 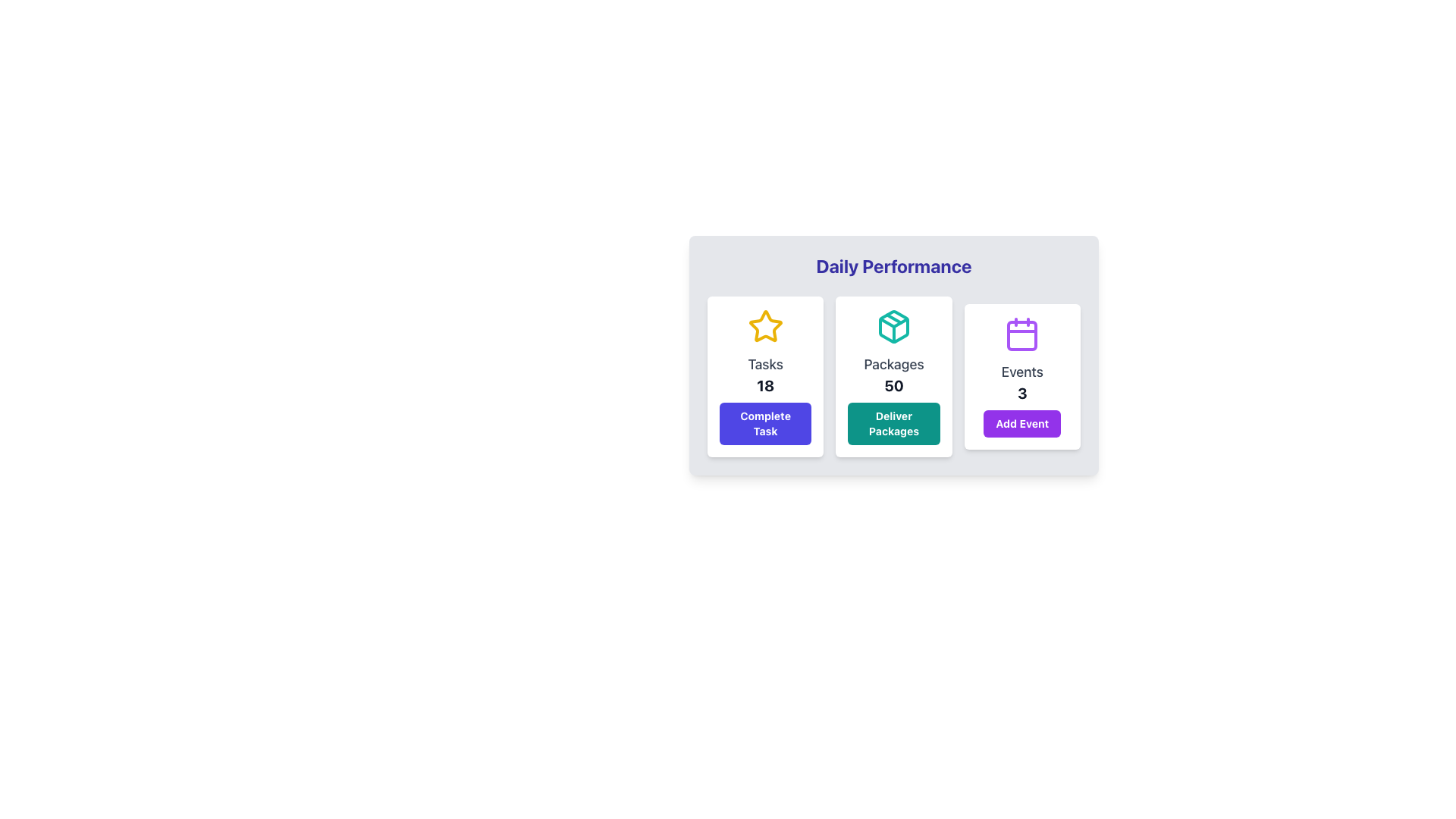 What do you see at coordinates (894, 326) in the screenshot?
I see `the teal package box icon in the 'Deliver Packages' panel of the 'Daily Performance' section, which is located above the number '50' and the text 'Deliver Packages.'` at bounding box center [894, 326].